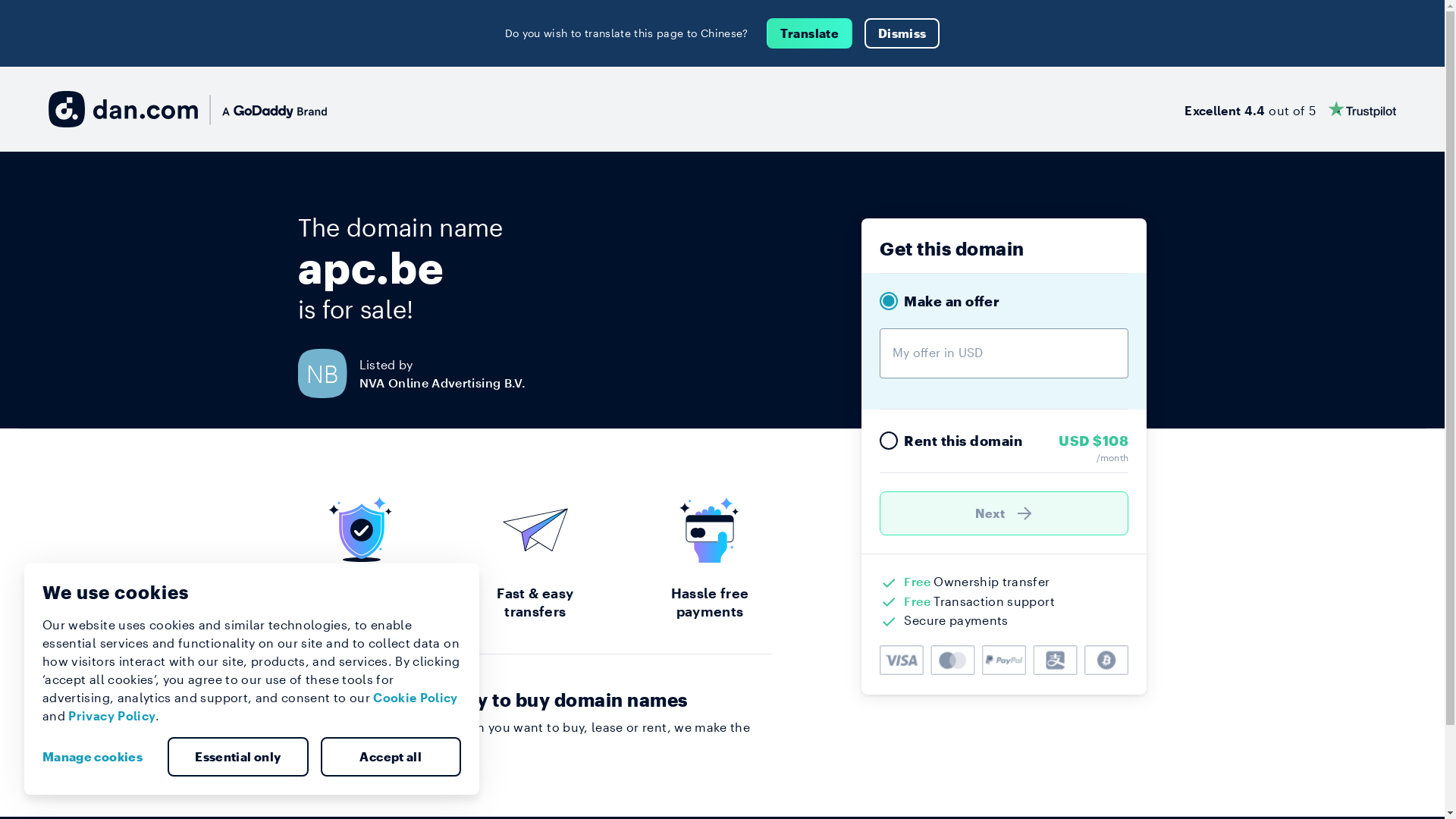  I want to click on 'Privacy Policy', so click(67, 715).